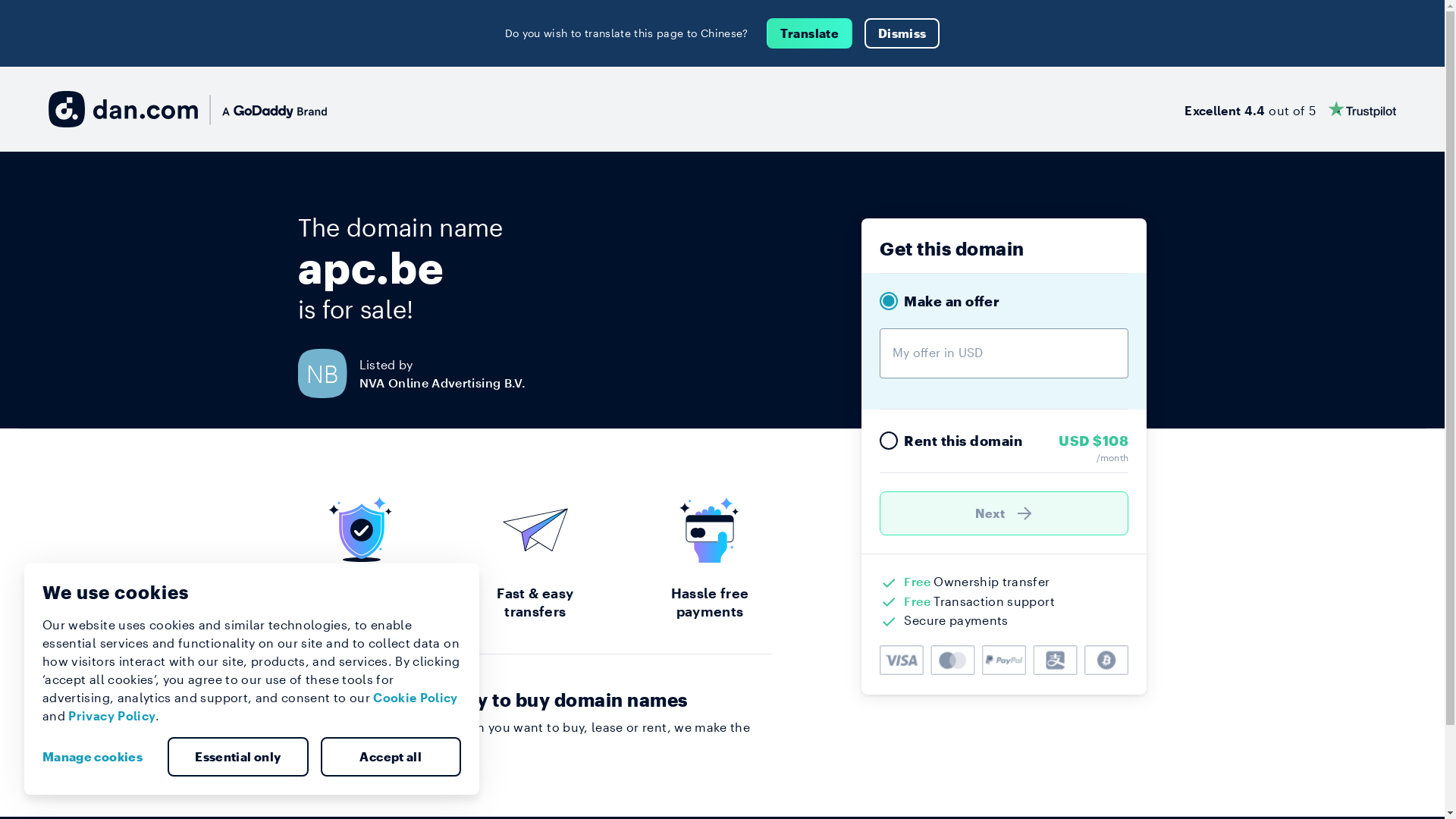  I want to click on 'Privacy Policy', so click(67, 715).